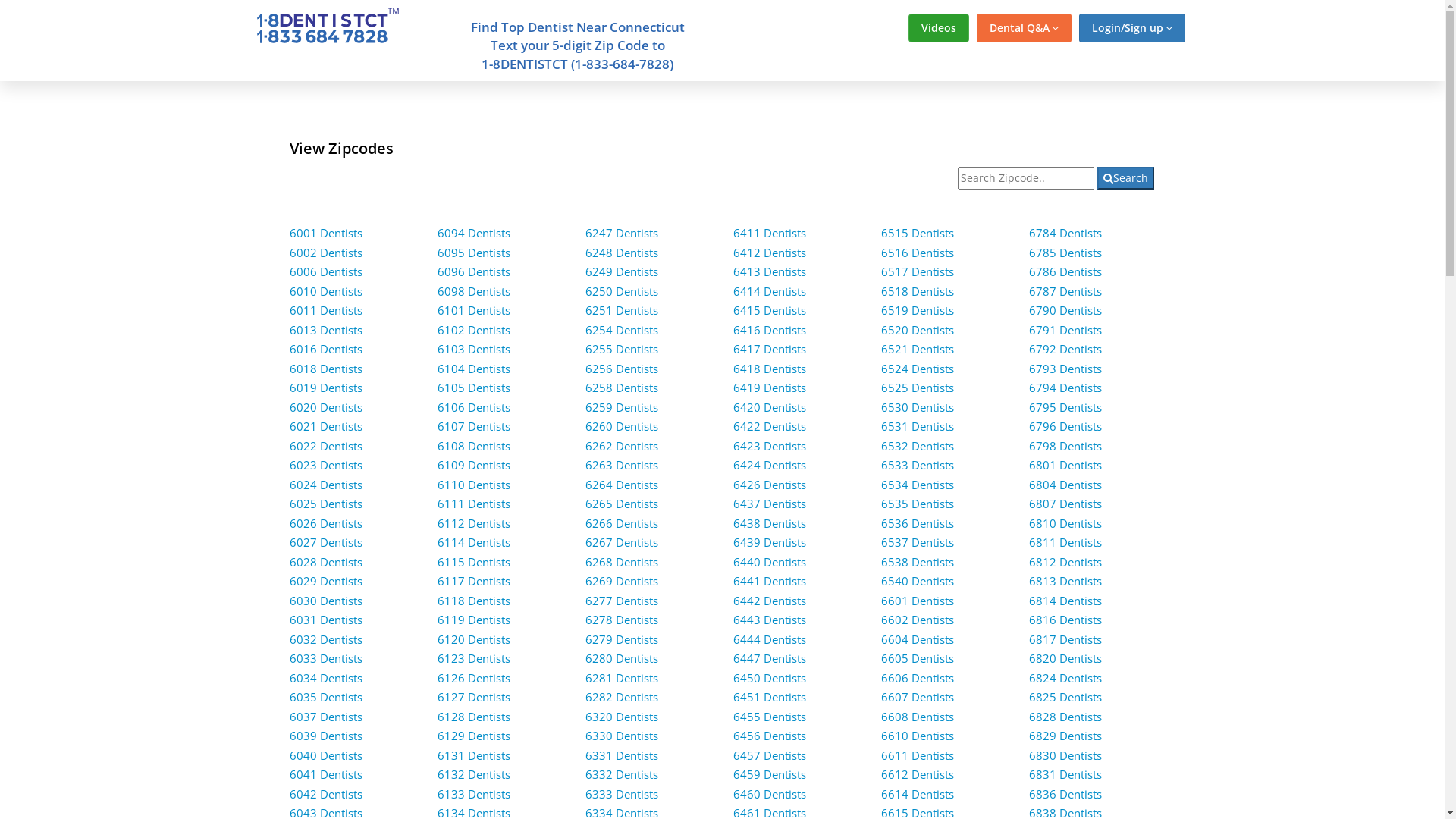 This screenshot has width=1456, height=819. What do you see at coordinates (1029, 561) in the screenshot?
I see `'6812 Dentists'` at bounding box center [1029, 561].